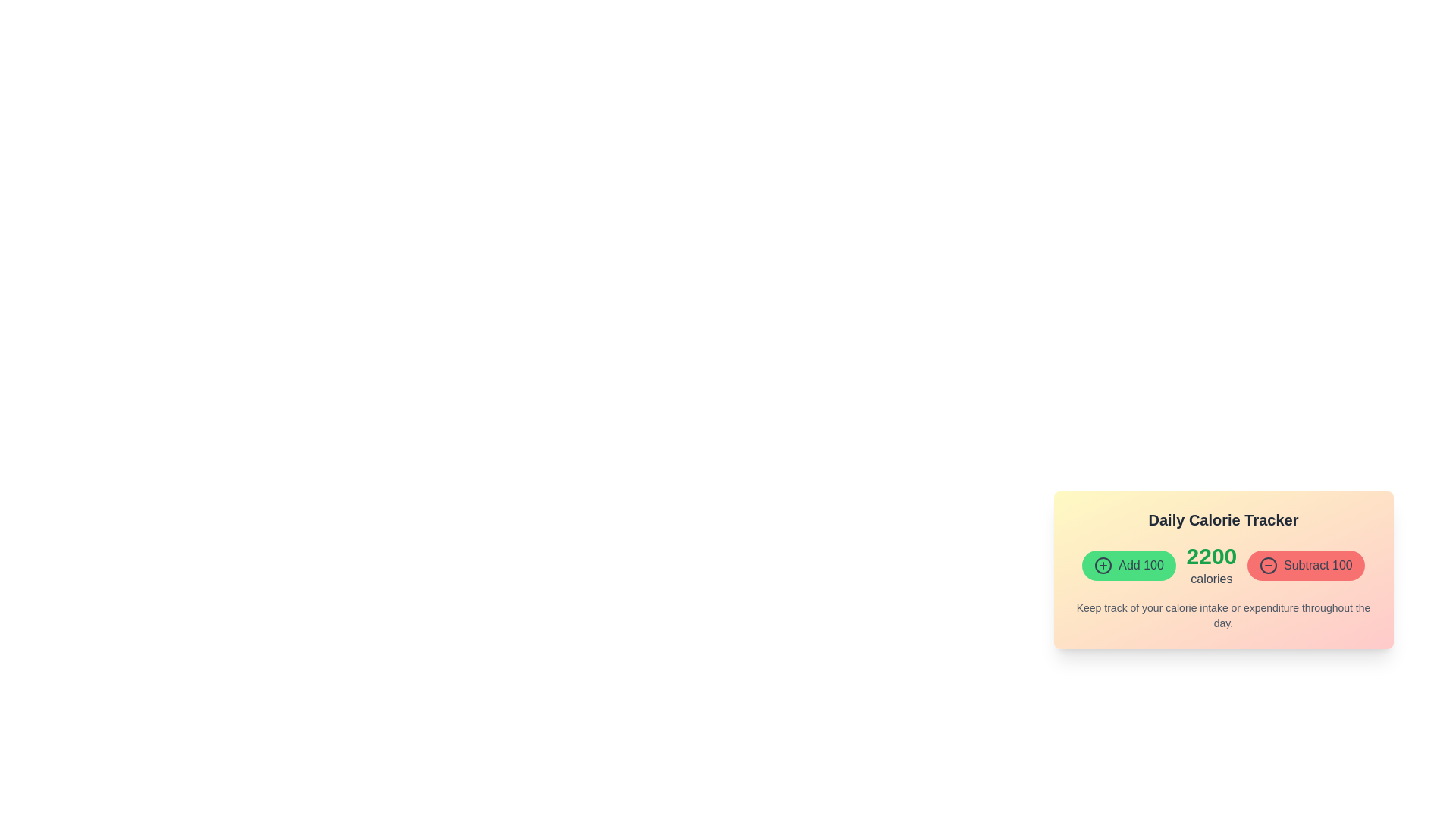 This screenshot has width=1456, height=819. What do you see at coordinates (1269, 565) in the screenshot?
I see `the circular vector graphic that enhances the 'Subtract 100' button, positioned centrally within the button component` at bounding box center [1269, 565].